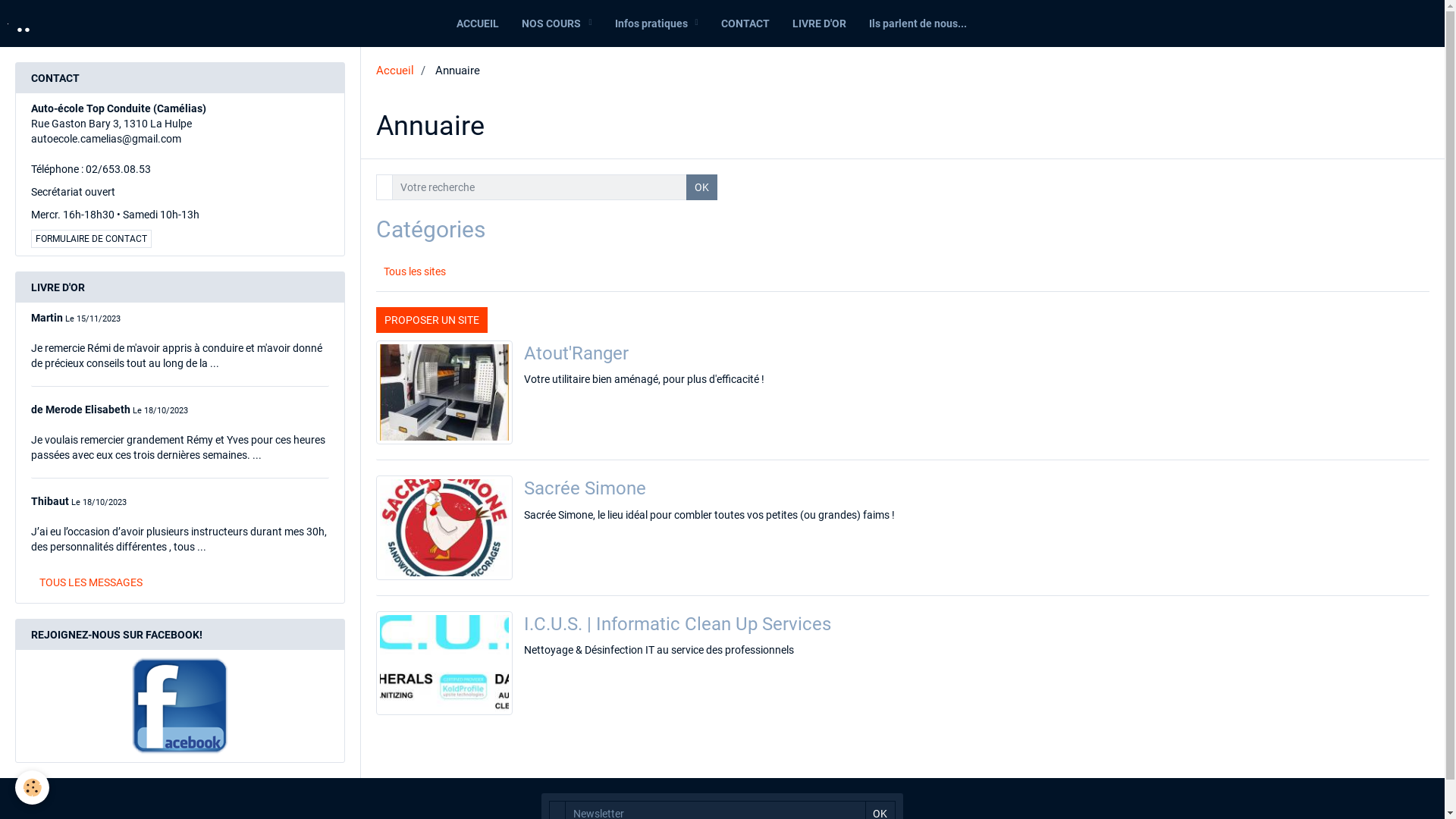  What do you see at coordinates (90, 581) in the screenshot?
I see `'TOUS LES MESSAGES'` at bounding box center [90, 581].